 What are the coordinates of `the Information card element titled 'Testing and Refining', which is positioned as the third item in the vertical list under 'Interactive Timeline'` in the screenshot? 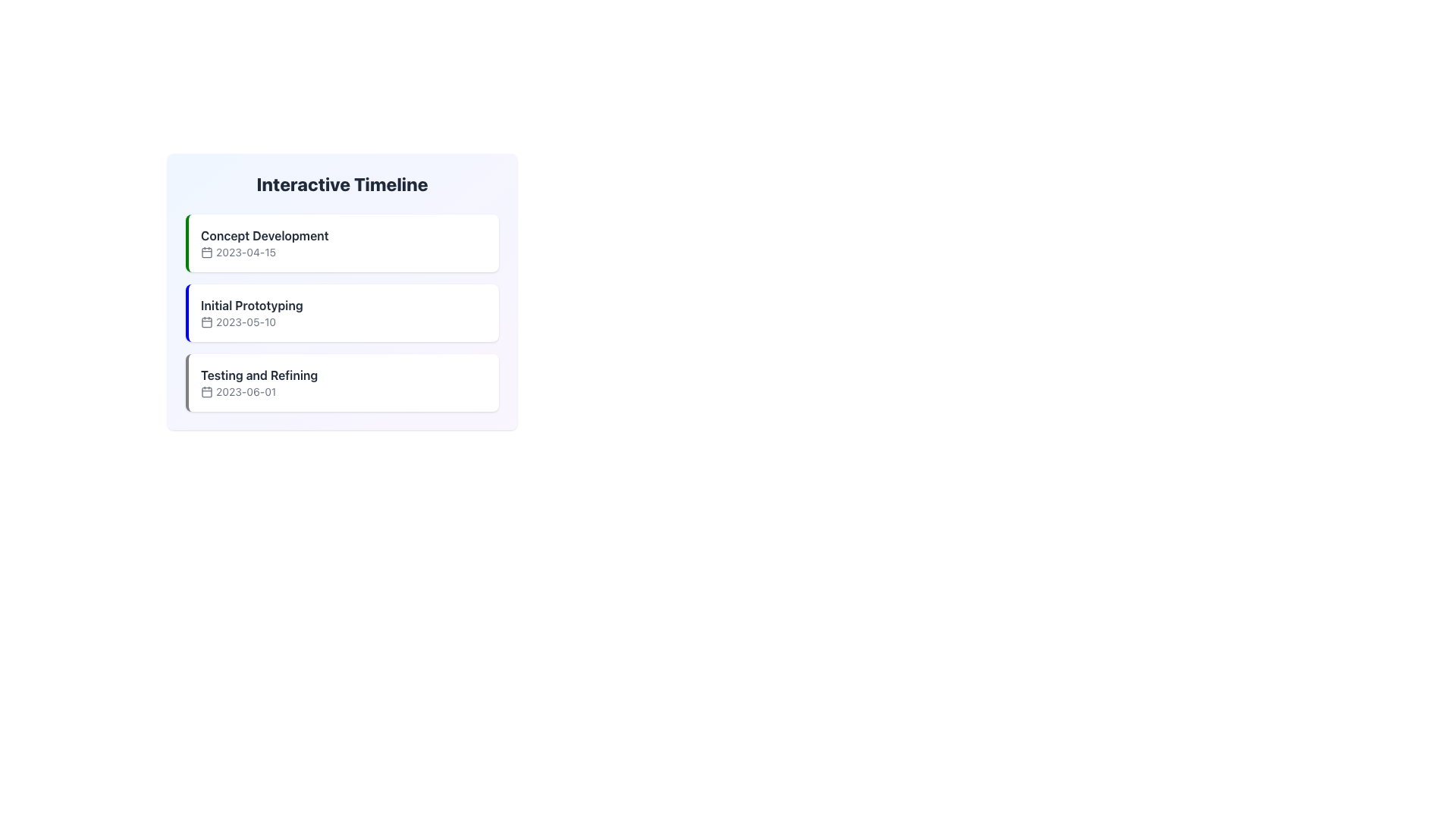 It's located at (341, 382).